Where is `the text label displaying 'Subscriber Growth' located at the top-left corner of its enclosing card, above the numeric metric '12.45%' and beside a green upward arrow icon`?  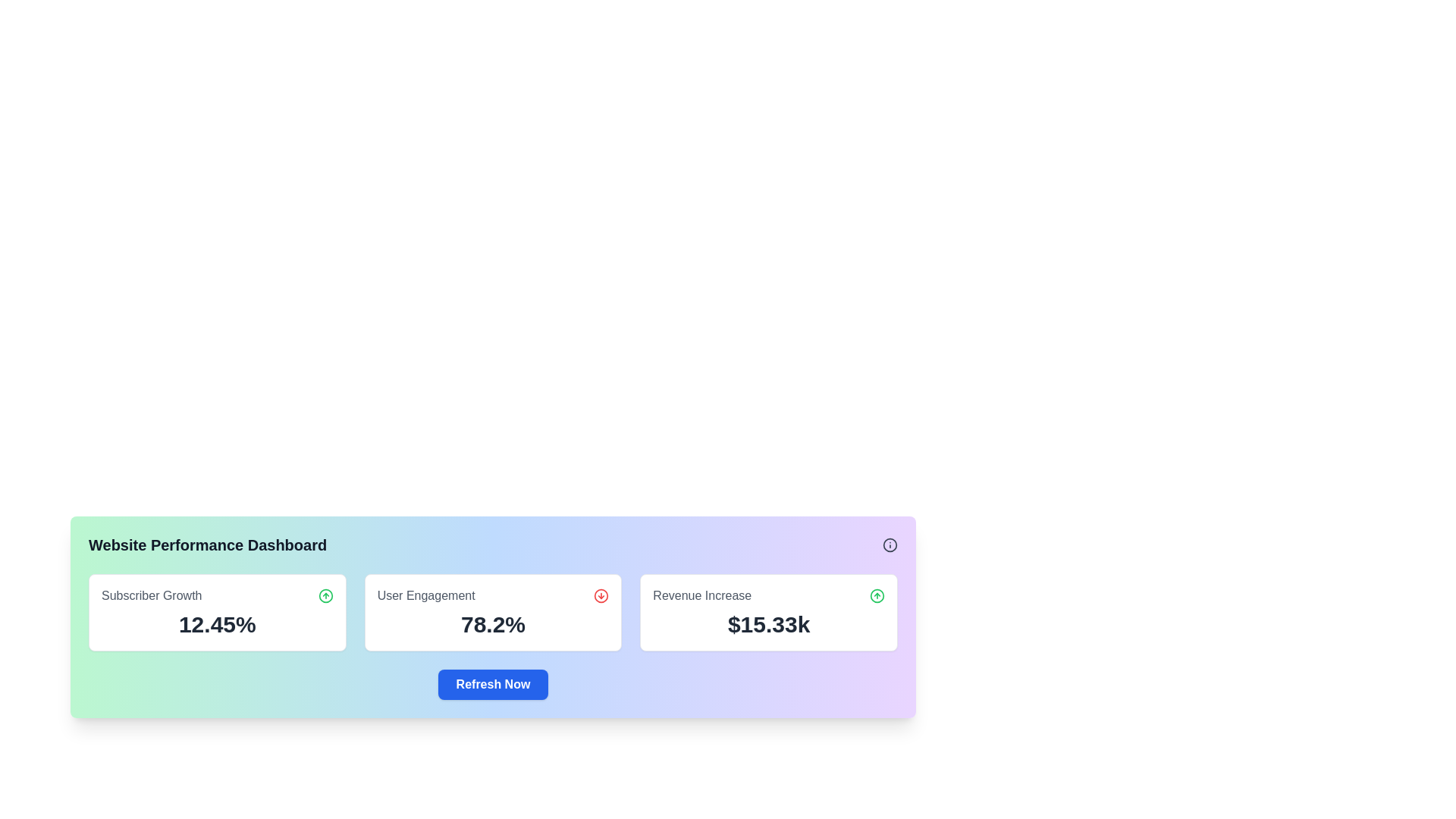 the text label displaying 'Subscriber Growth' located at the top-left corner of its enclosing card, above the numeric metric '12.45%' and beside a green upward arrow icon is located at coordinates (152, 595).